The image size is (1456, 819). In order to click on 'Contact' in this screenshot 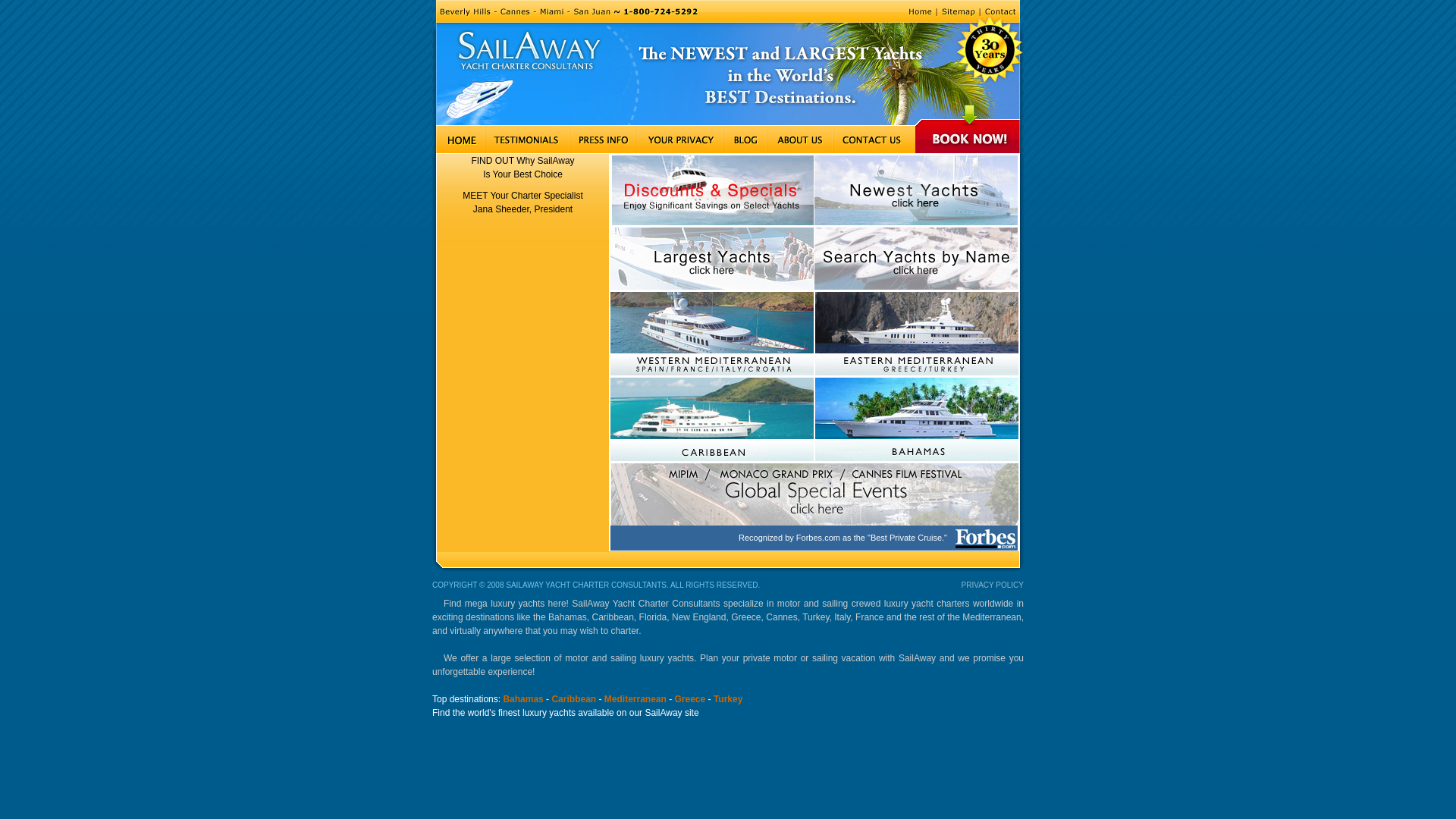, I will do `click(979, 11)`.